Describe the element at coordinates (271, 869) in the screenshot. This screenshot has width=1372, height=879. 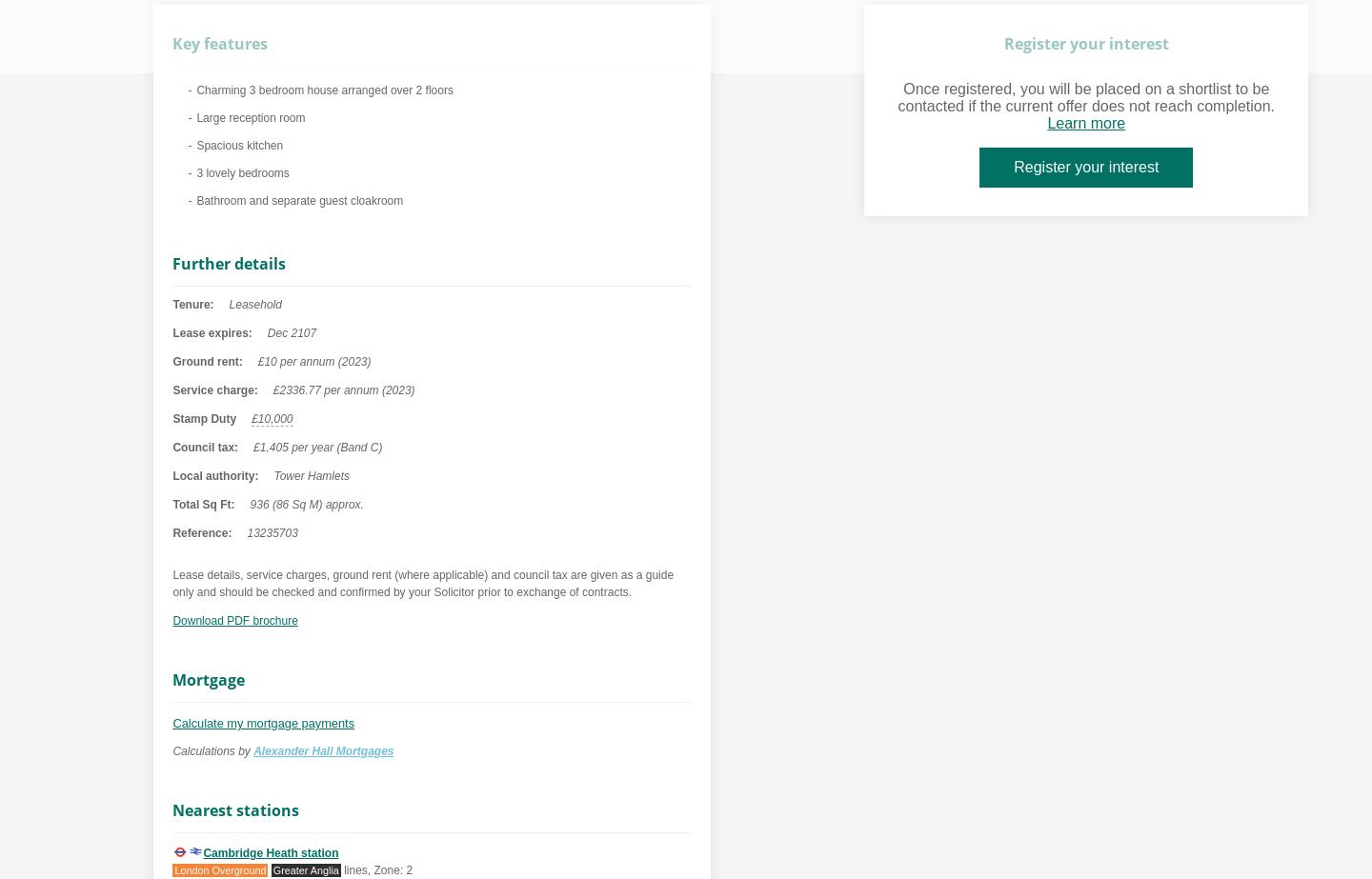
I see `'Greater Anglia'` at that location.